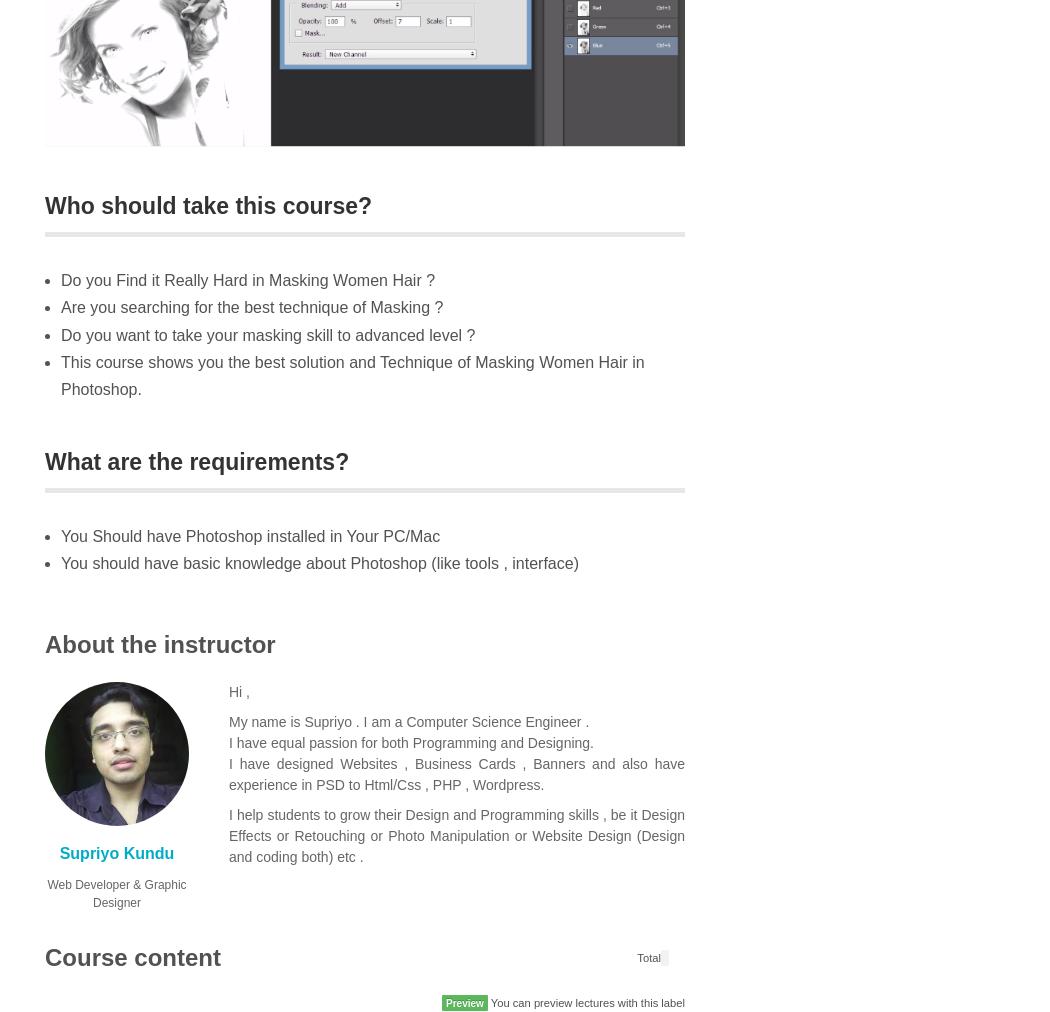  I want to click on 'This course shows you the best solution and Technique of Masking Women Hair in Photoshop.', so click(351, 374).